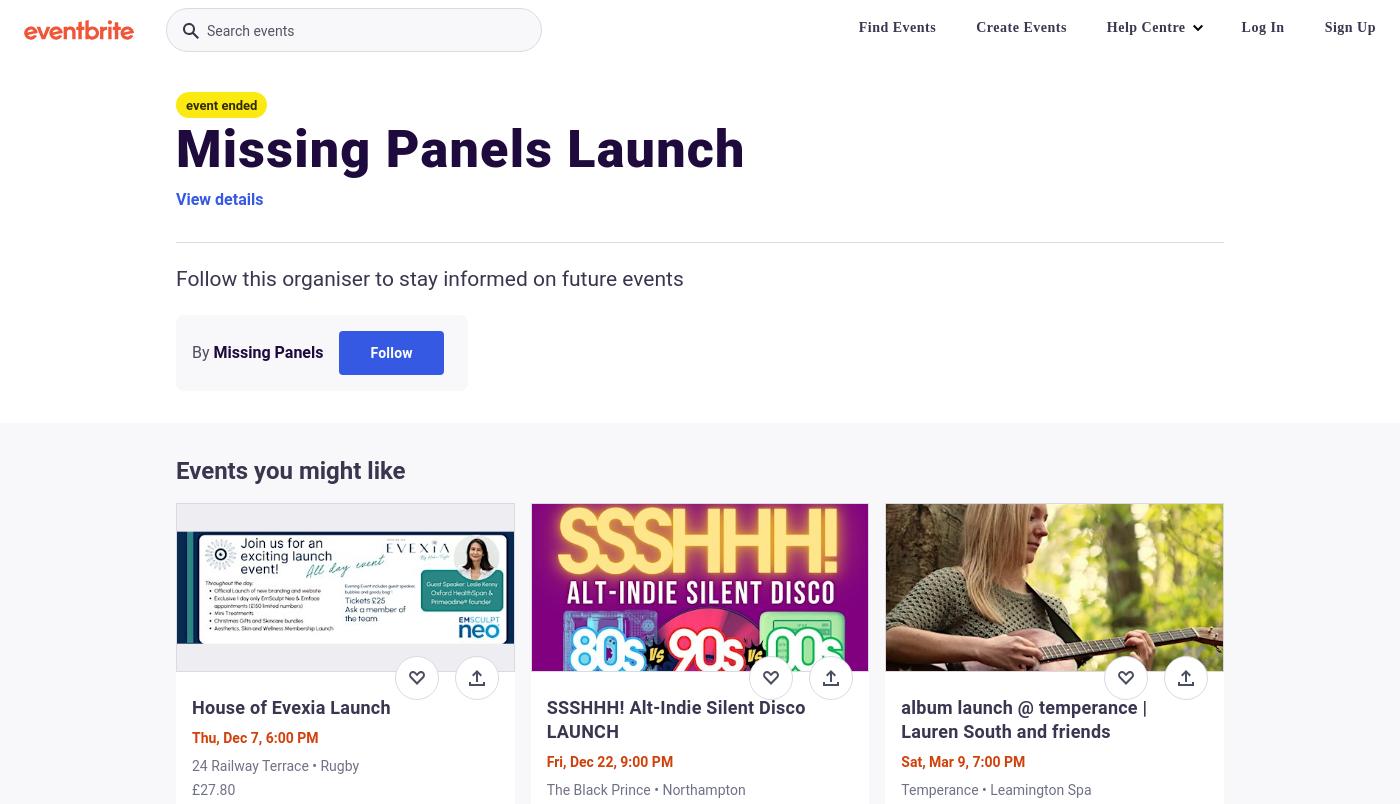  What do you see at coordinates (221, 105) in the screenshot?
I see `'Event ended'` at bounding box center [221, 105].